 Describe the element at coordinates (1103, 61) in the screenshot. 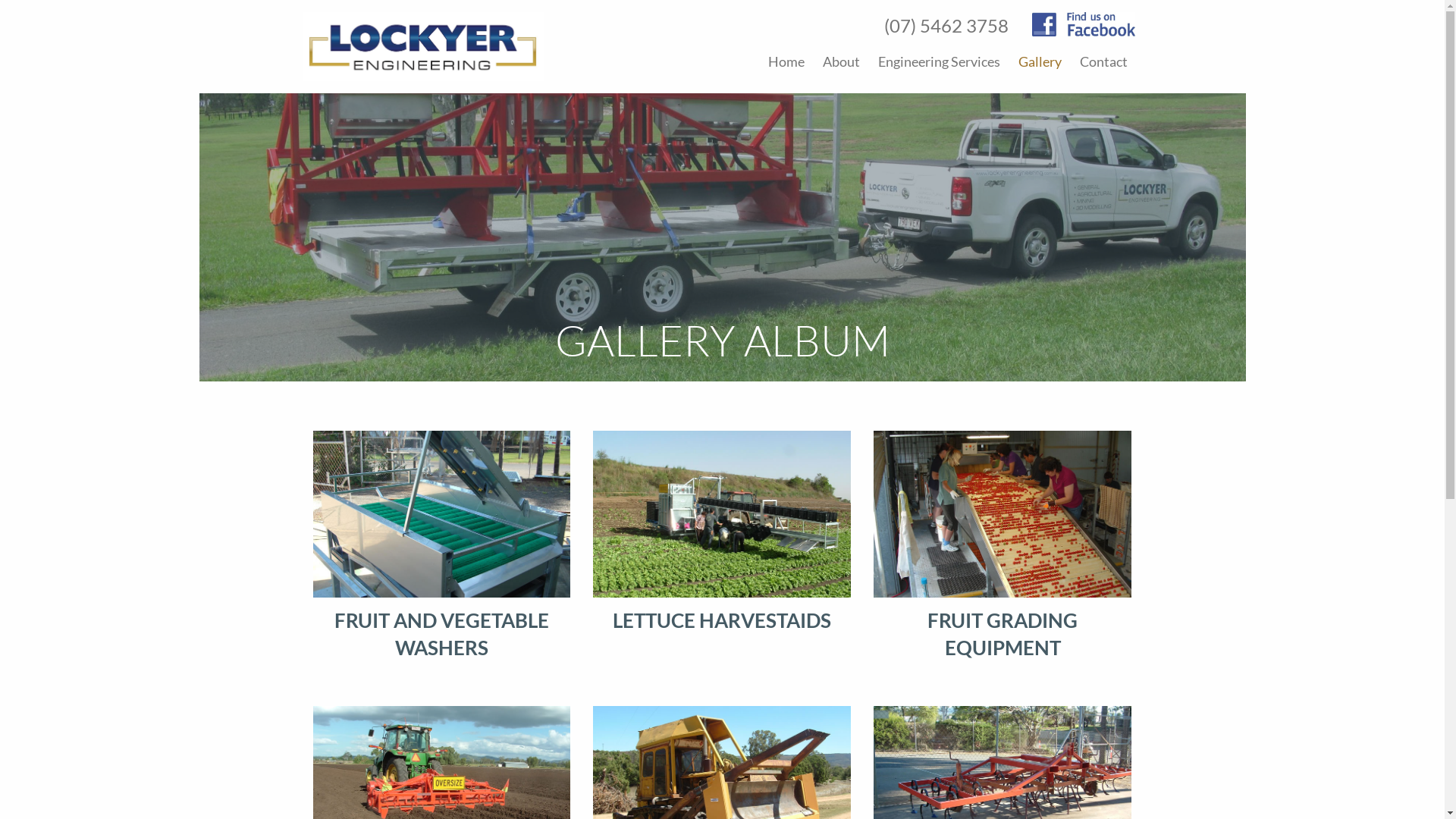

I see `'Contact'` at that location.